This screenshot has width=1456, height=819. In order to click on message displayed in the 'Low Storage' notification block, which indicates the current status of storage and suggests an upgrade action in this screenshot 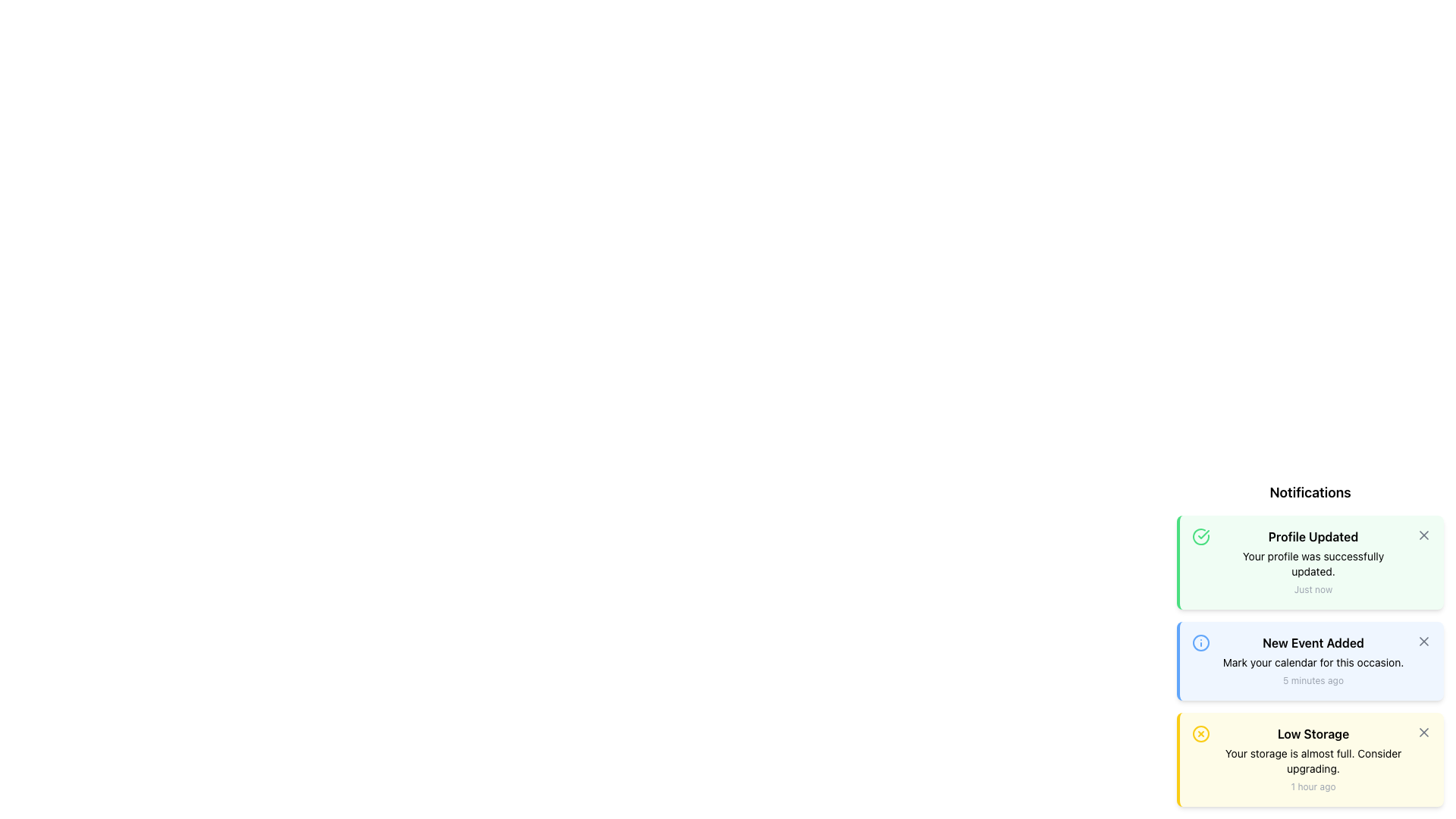, I will do `click(1313, 761)`.